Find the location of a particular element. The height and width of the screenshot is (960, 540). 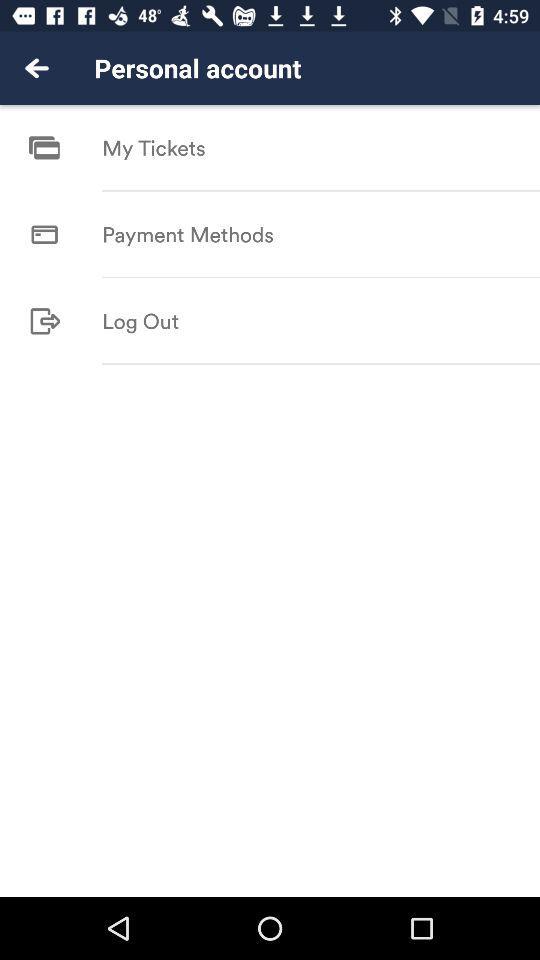

the item to the left of the personal account item is located at coordinates (36, 68).